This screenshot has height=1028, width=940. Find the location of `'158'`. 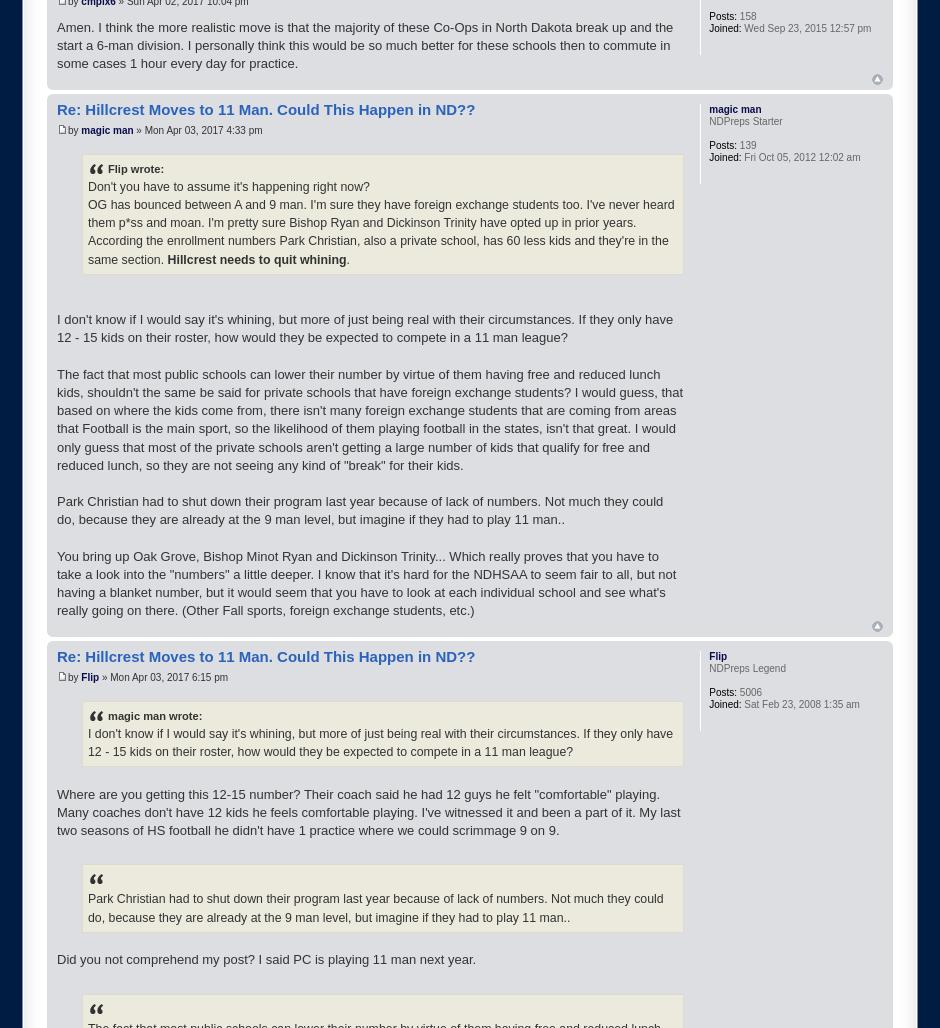

'158' is located at coordinates (745, 16).